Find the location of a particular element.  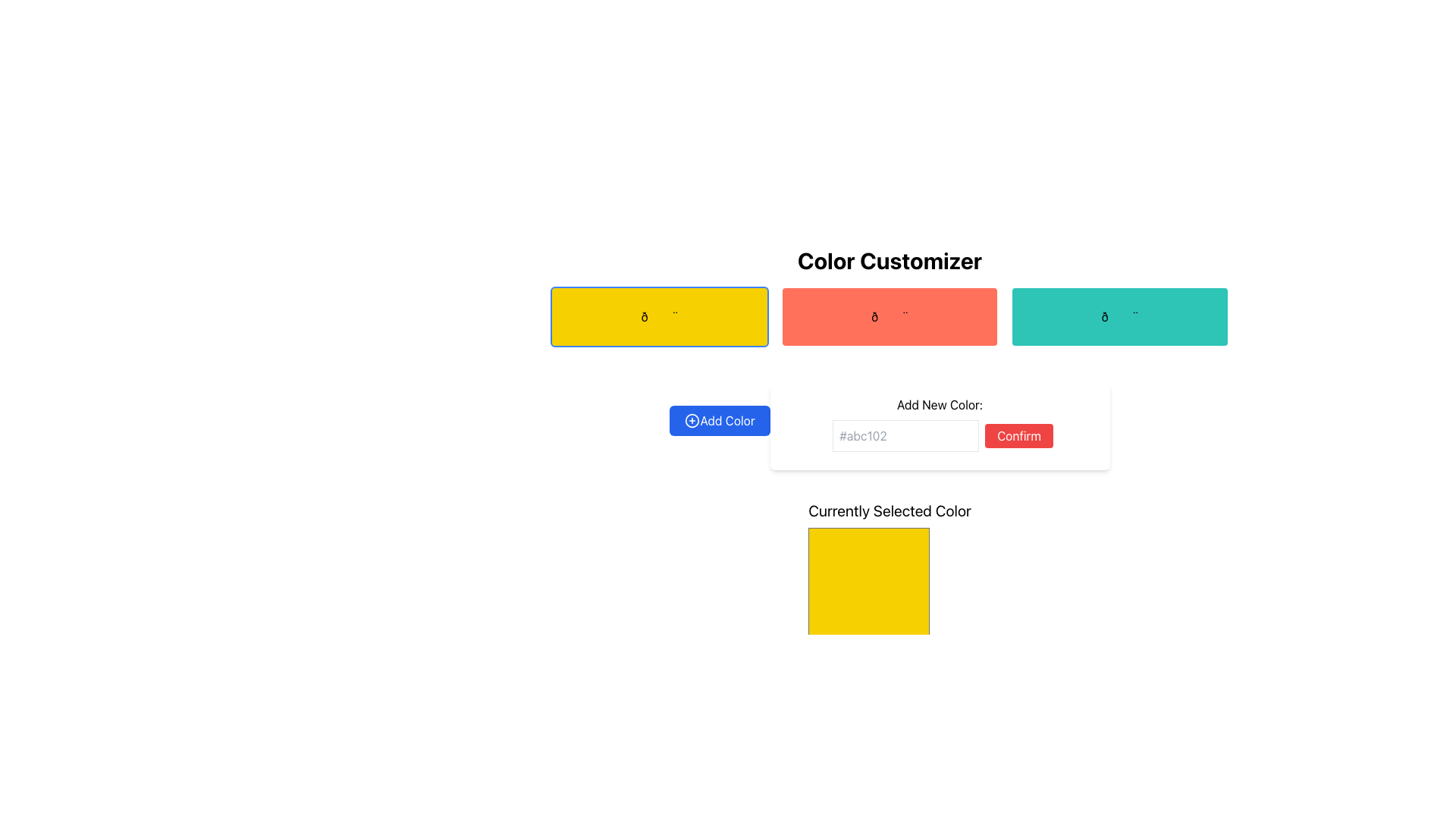

the rounded rectangular button with a vibrant blue background and white text that reads 'Add Color' is located at coordinates (719, 421).